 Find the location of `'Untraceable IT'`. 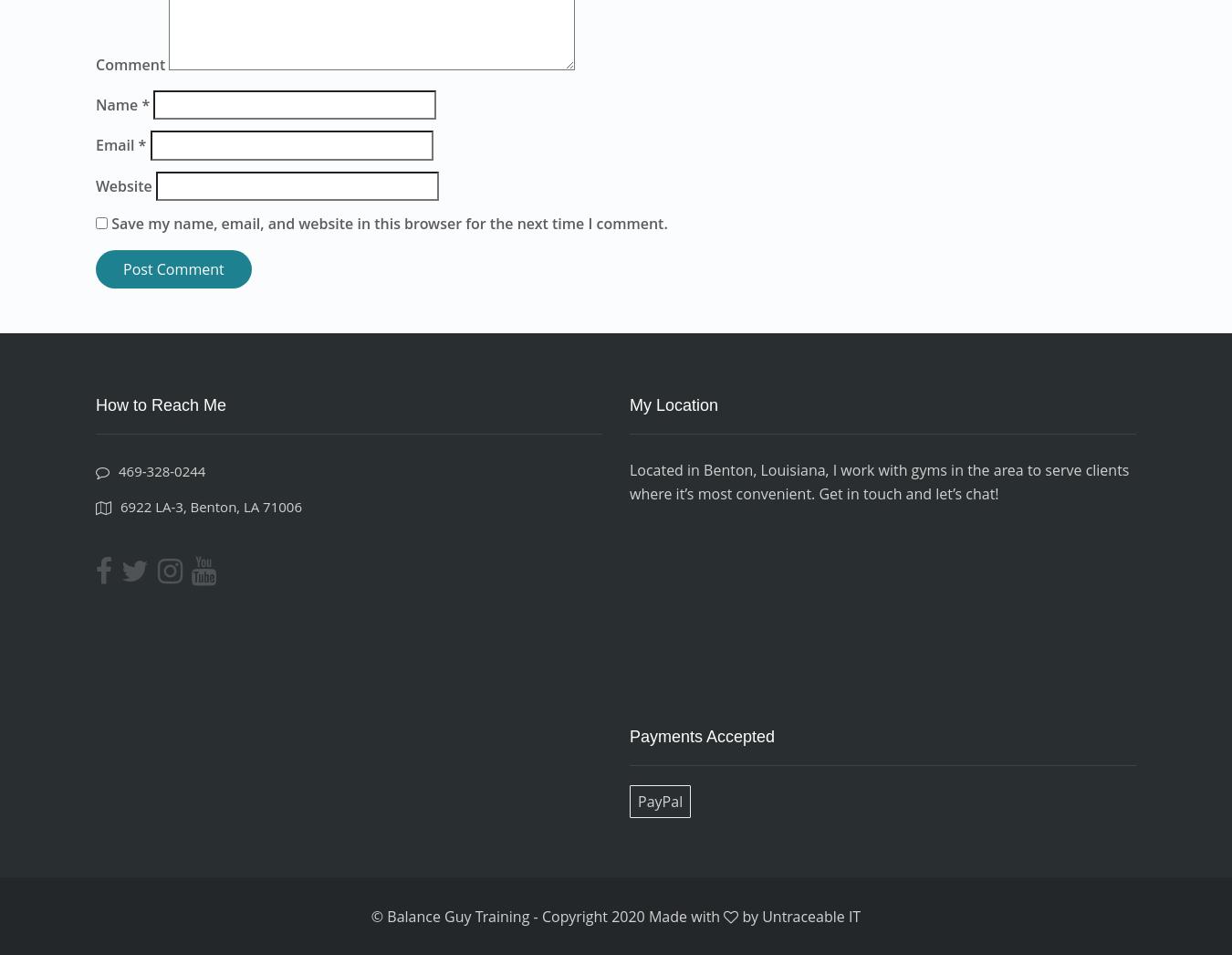

'Untraceable IT' is located at coordinates (810, 916).